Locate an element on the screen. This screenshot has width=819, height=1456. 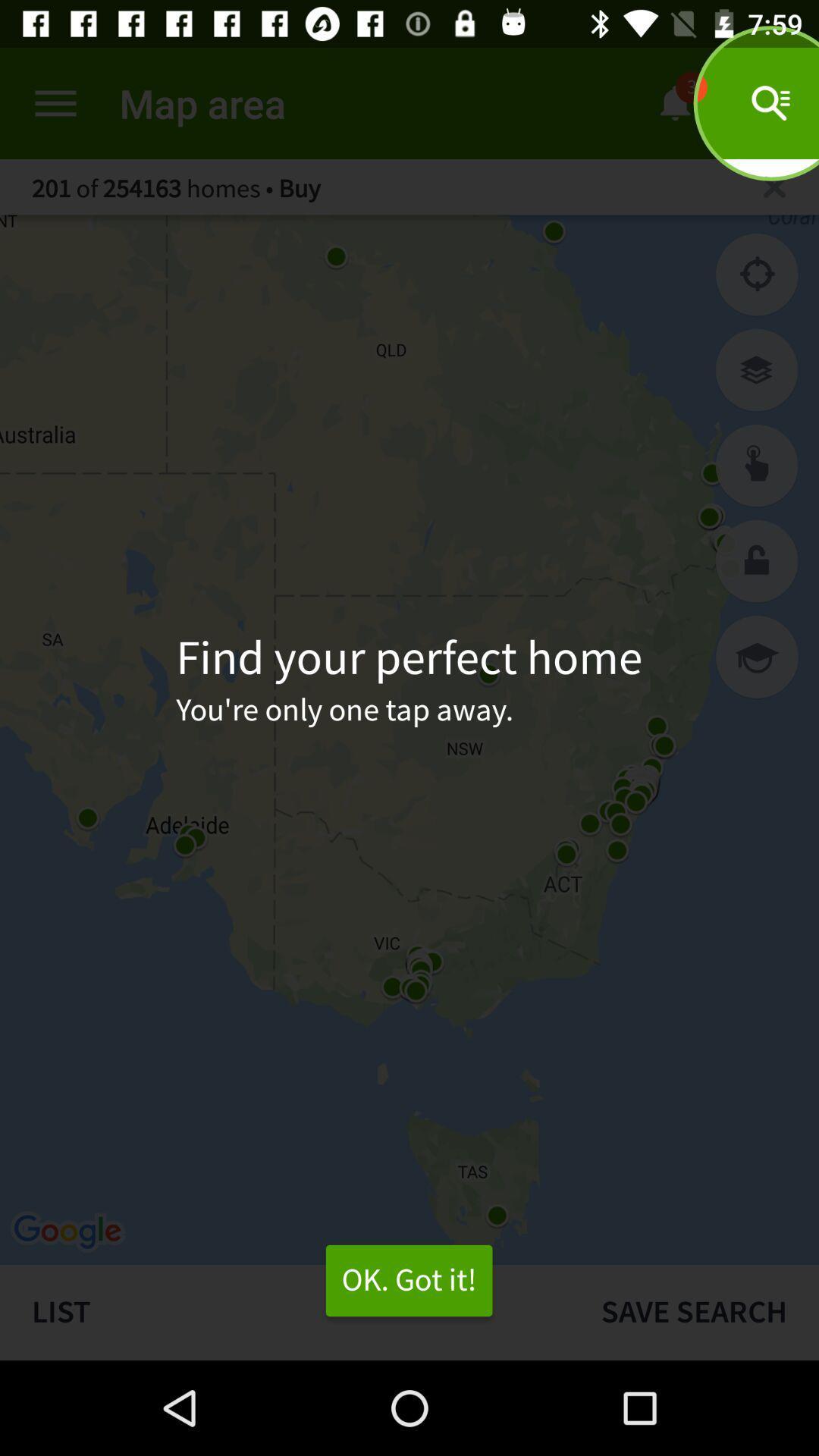
lock the directions is located at coordinates (757, 560).